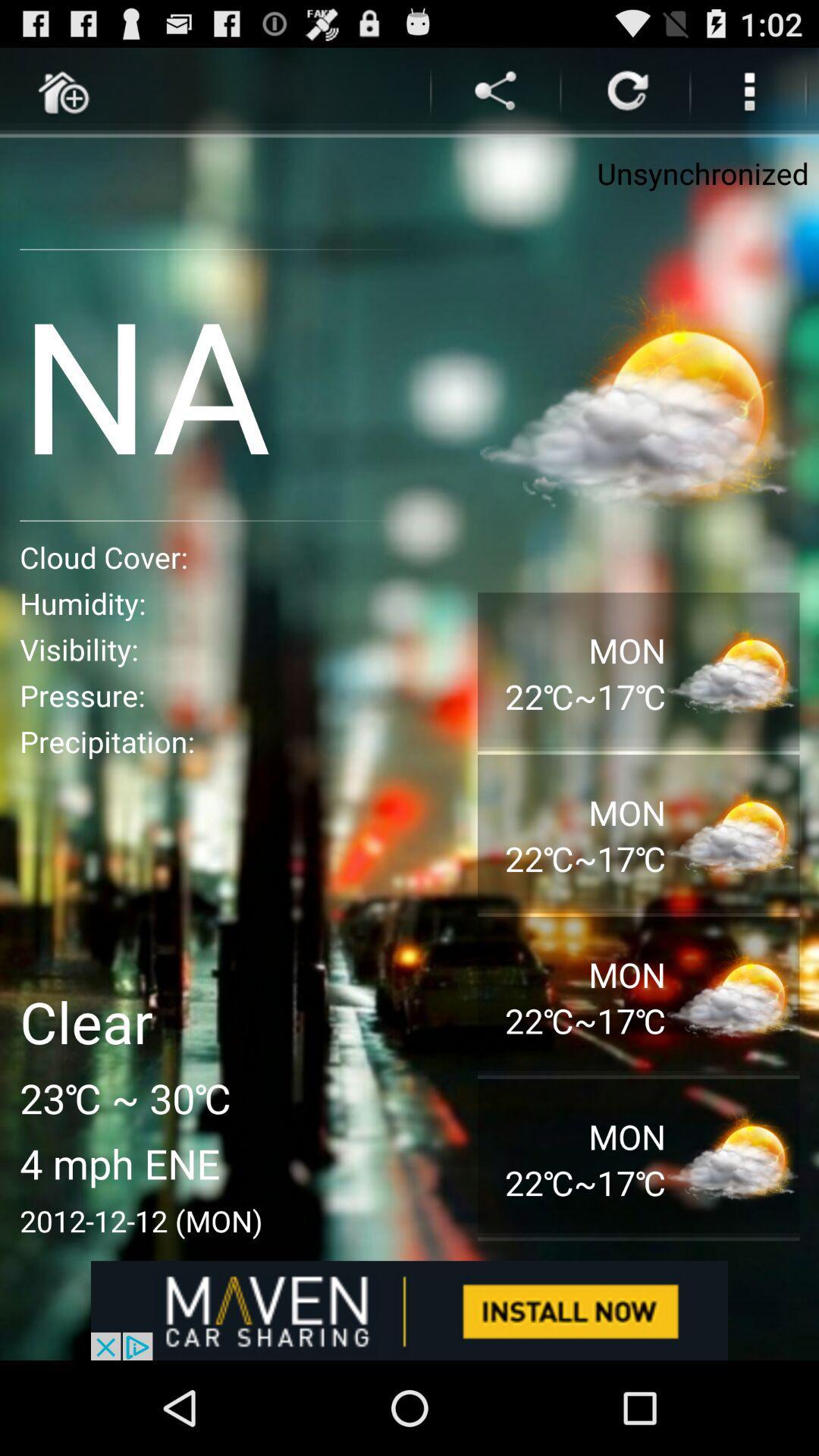  What do you see at coordinates (748, 98) in the screenshot?
I see `the more icon` at bounding box center [748, 98].